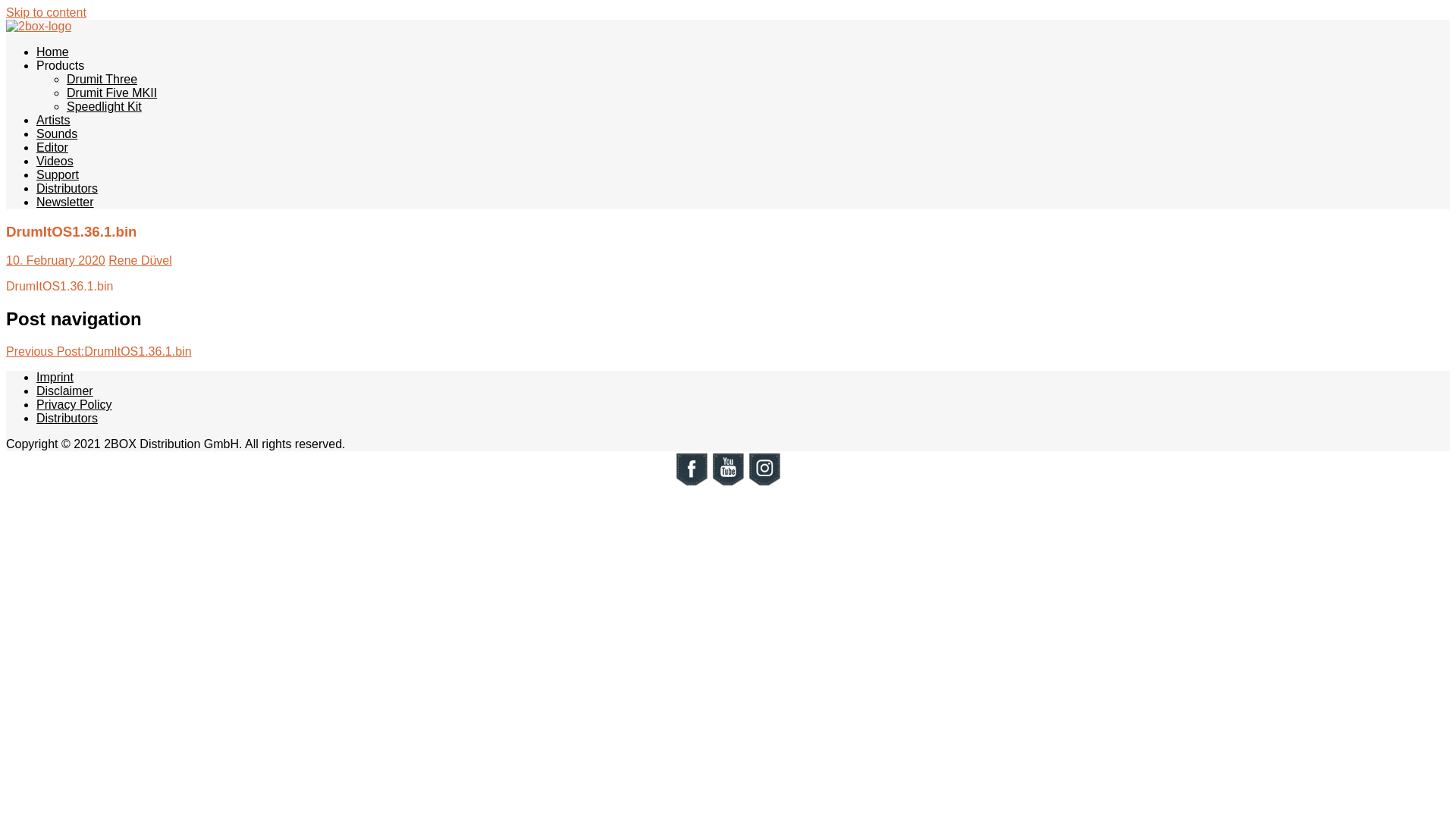  Describe the element at coordinates (52, 147) in the screenshot. I see `'Editor'` at that location.